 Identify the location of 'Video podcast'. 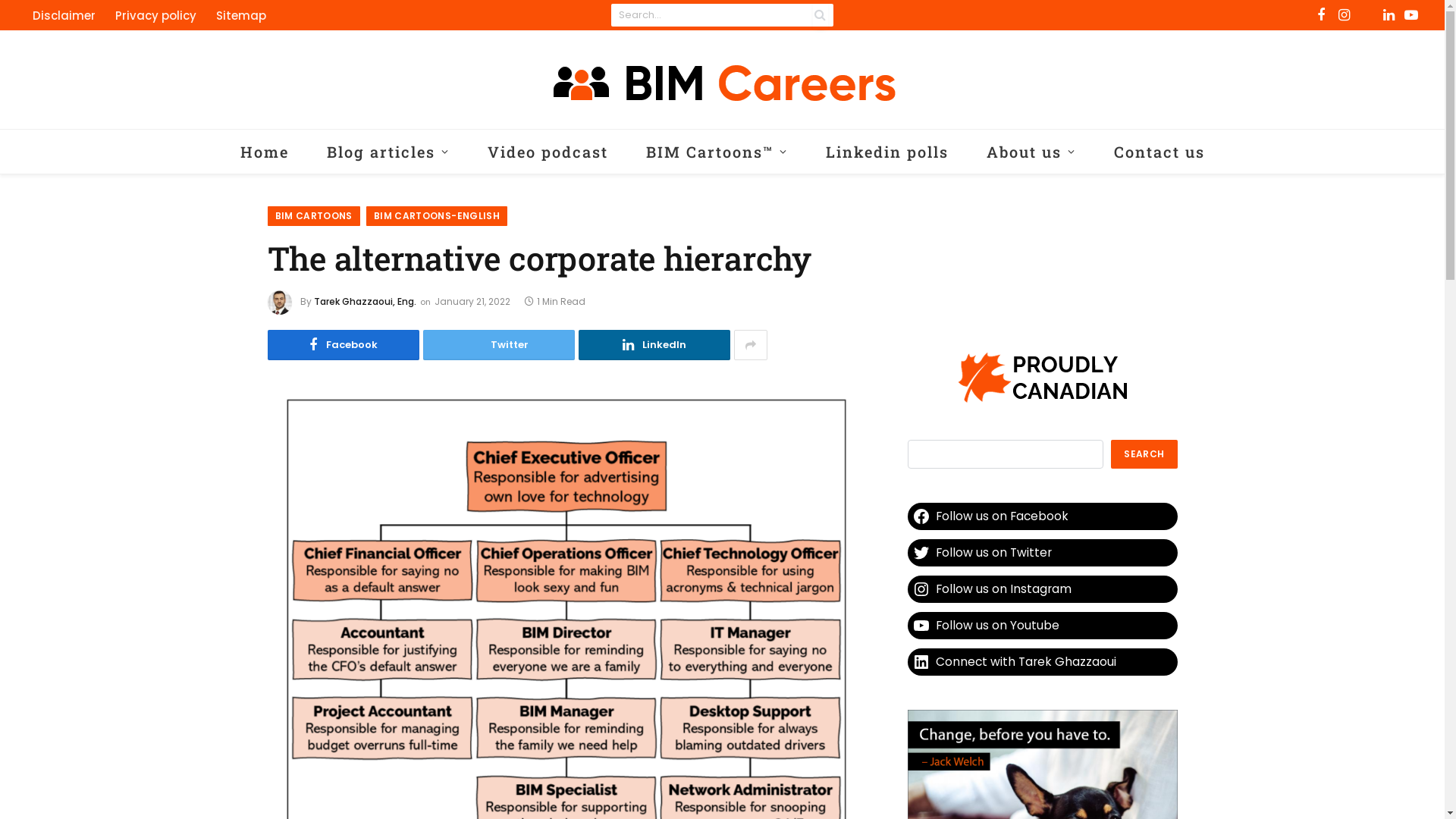
(547, 152).